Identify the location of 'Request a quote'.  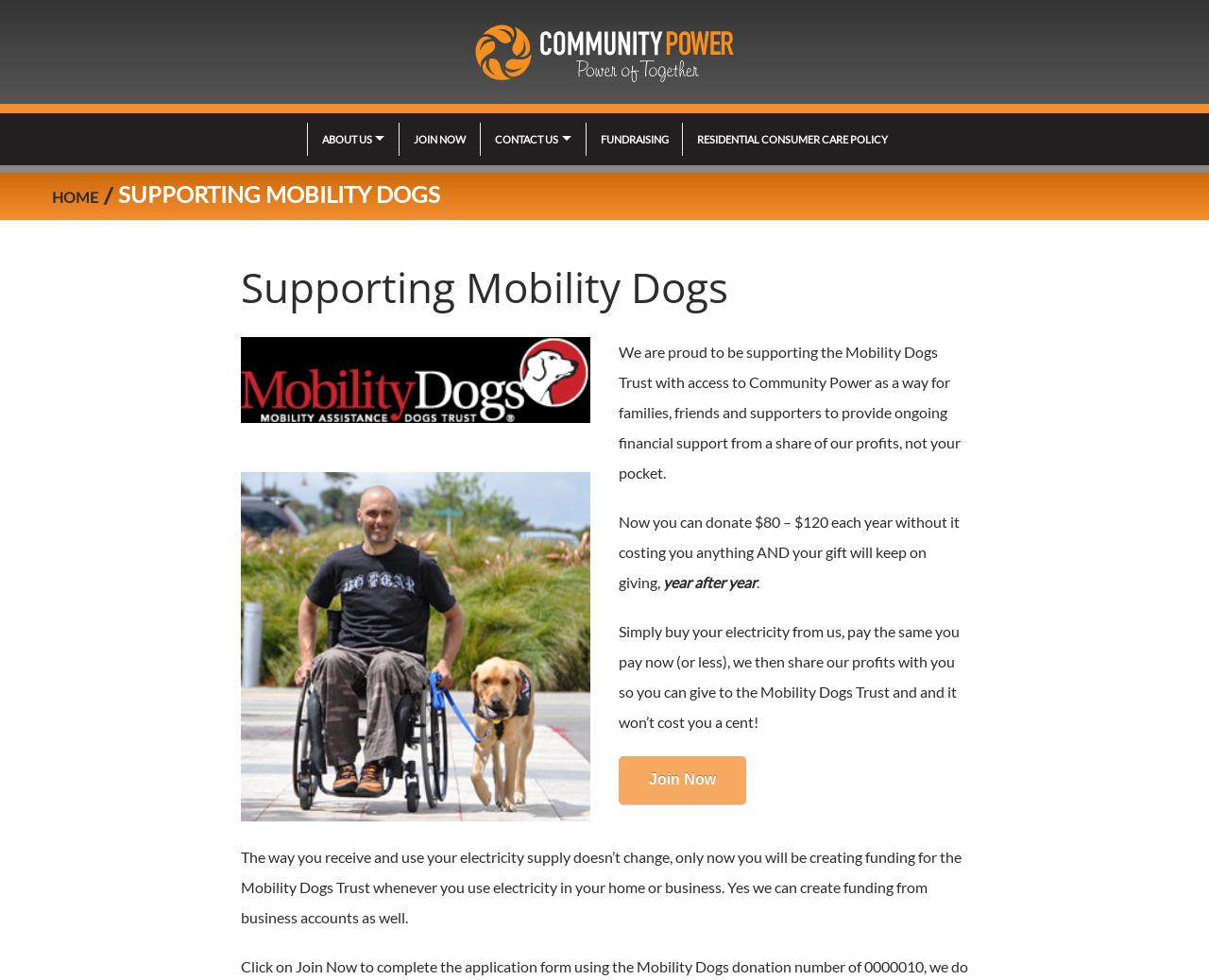
(539, 190).